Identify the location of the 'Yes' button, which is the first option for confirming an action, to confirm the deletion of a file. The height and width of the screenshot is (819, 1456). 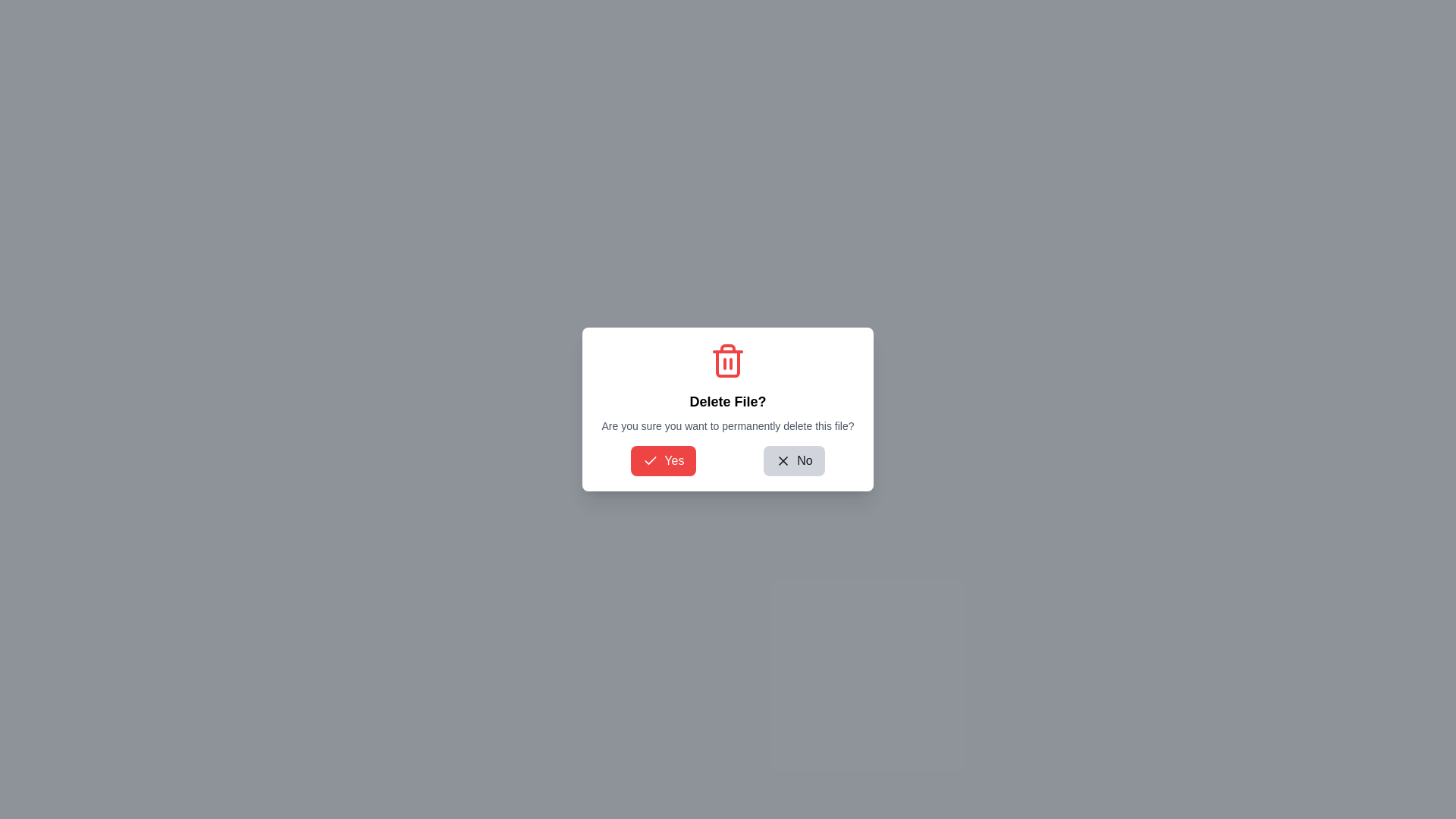
(664, 460).